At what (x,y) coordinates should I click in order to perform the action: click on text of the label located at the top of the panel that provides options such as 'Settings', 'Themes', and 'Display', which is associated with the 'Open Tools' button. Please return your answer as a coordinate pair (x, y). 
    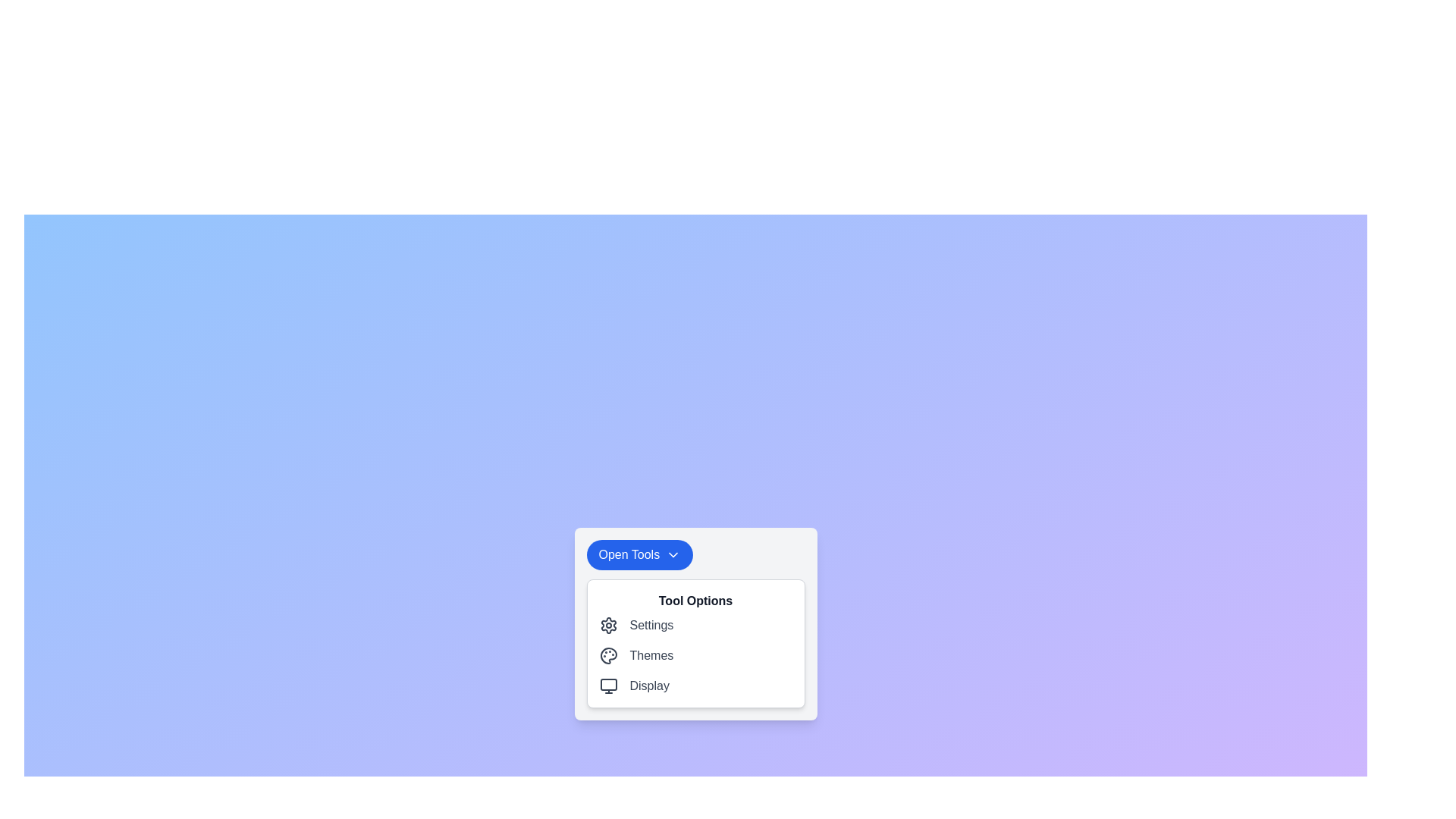
    Looking at the image, I should click on (695, 601).